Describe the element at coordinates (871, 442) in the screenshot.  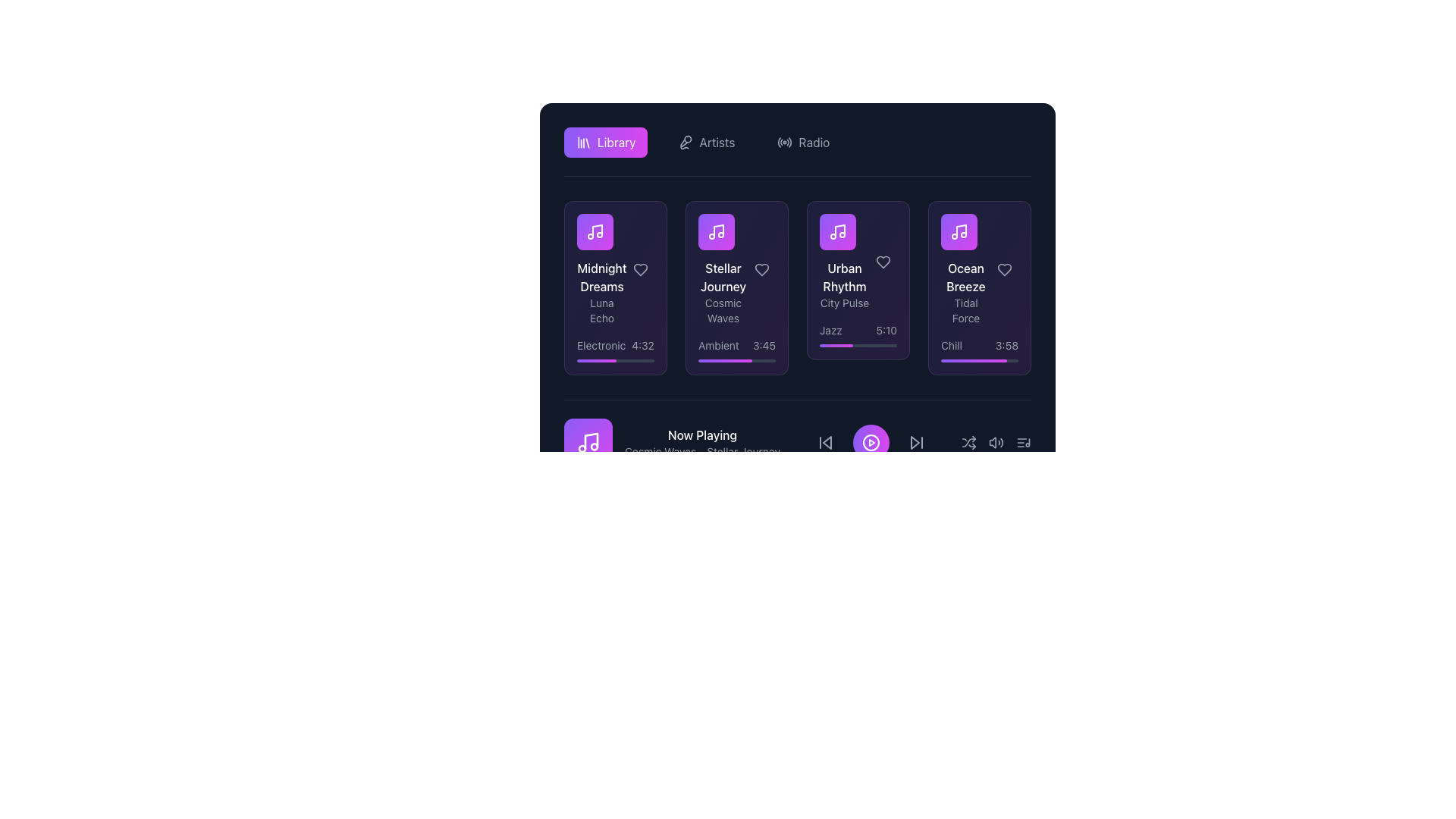
I see `the circular gradient button with a white play icon located at the bottom center of the interface` at that location.